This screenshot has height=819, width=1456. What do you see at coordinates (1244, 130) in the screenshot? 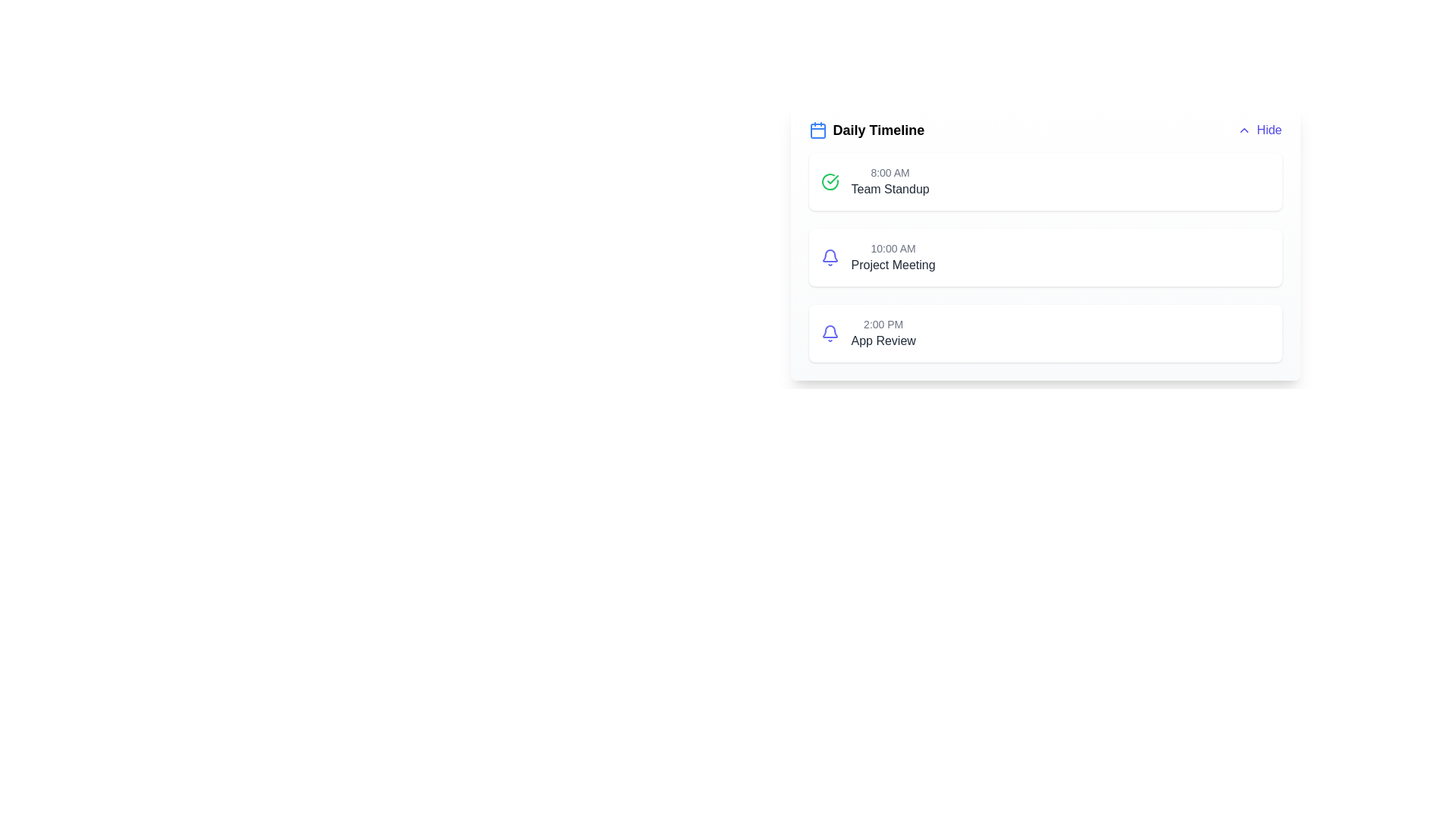
I see `the upward-pointing chevron SVG icon located to the left of the 'Hide' text in the top-right corner of the interface` at bounding box center [1244, 130].